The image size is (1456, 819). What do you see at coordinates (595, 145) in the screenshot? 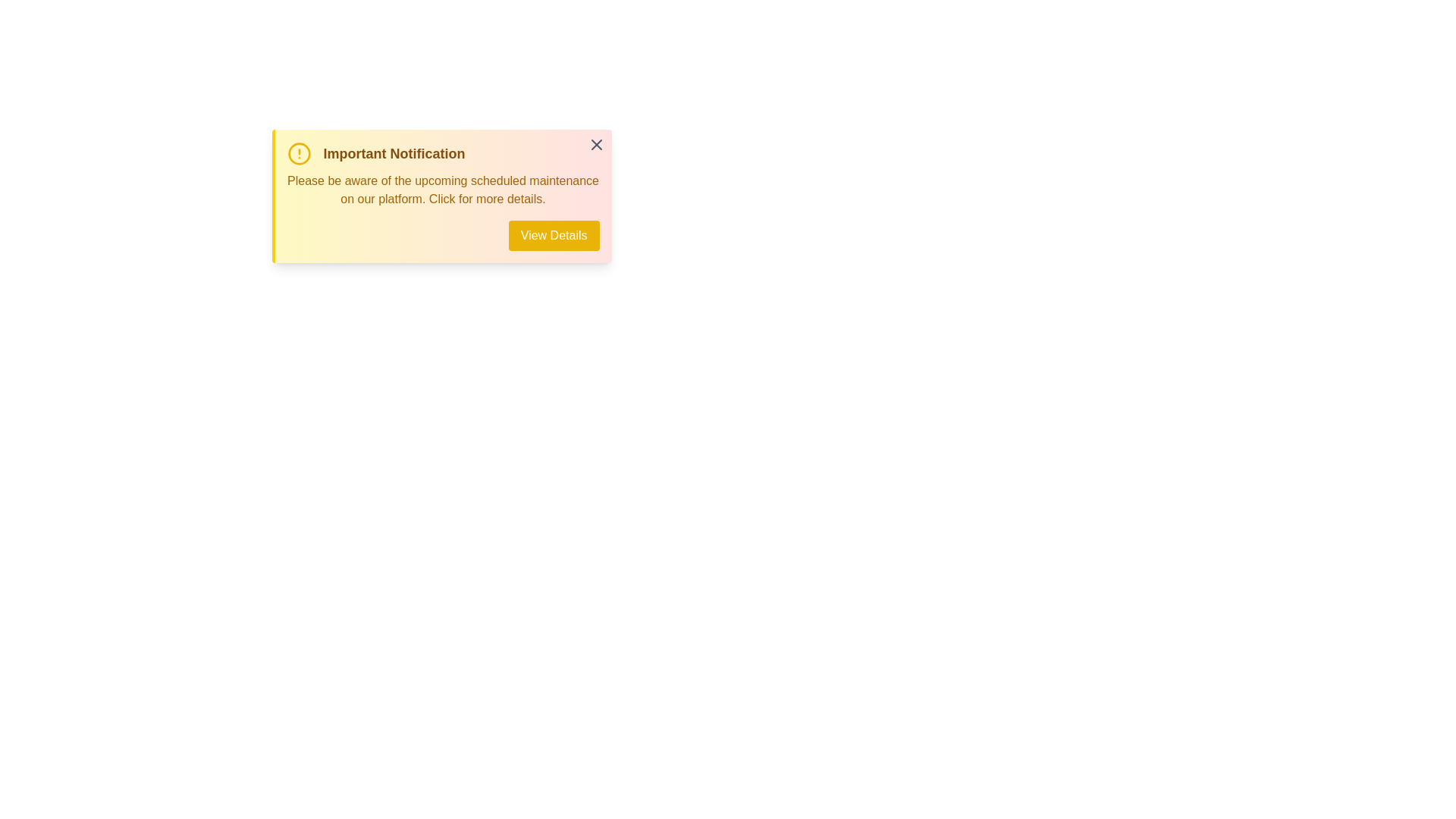
I see `the close button (X) to close the alert` at bounding box center [595, 145].